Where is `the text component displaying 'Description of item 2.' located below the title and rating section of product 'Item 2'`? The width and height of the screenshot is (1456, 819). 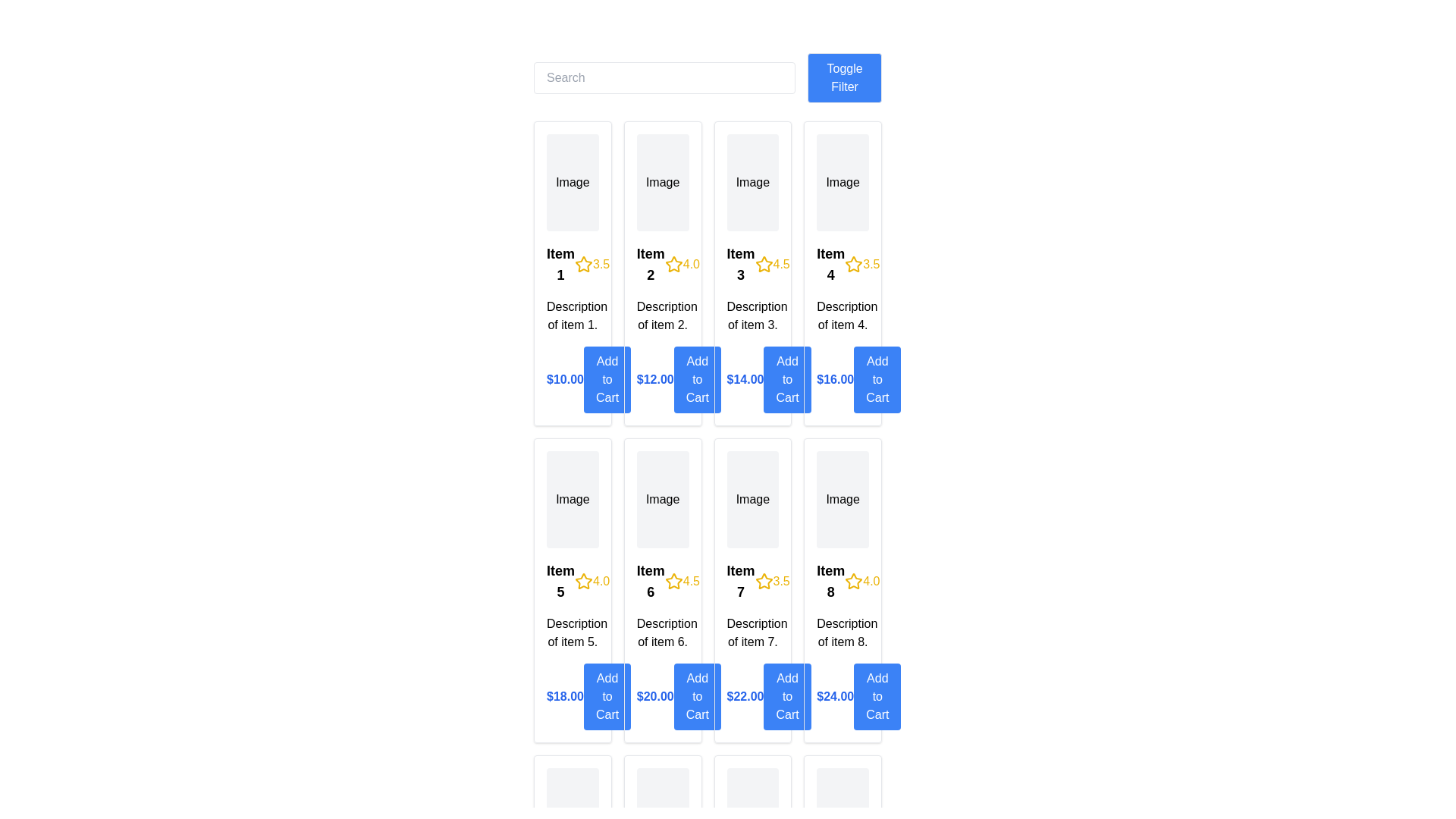
the text component displaying 'Description of item 2.' located below the title and rating section of product 'Item 2' is located at coordinates (663, 315).